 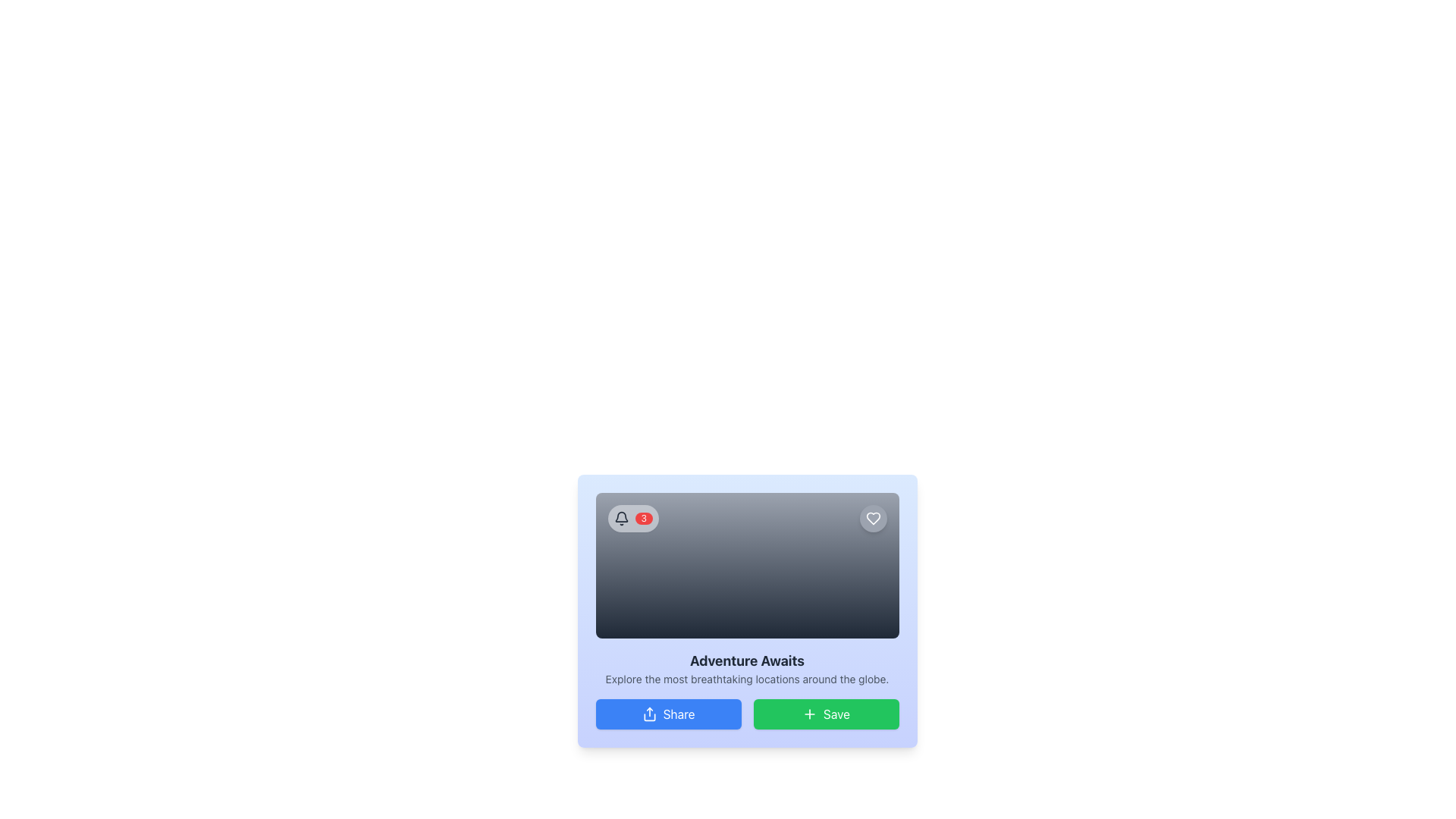 I want to click on the 'Save' button located on the bottom right of the interactive area, which is a green button aligned with a plus icon and adjacent to a blue 'Share' button, so click(x=836, y=714).